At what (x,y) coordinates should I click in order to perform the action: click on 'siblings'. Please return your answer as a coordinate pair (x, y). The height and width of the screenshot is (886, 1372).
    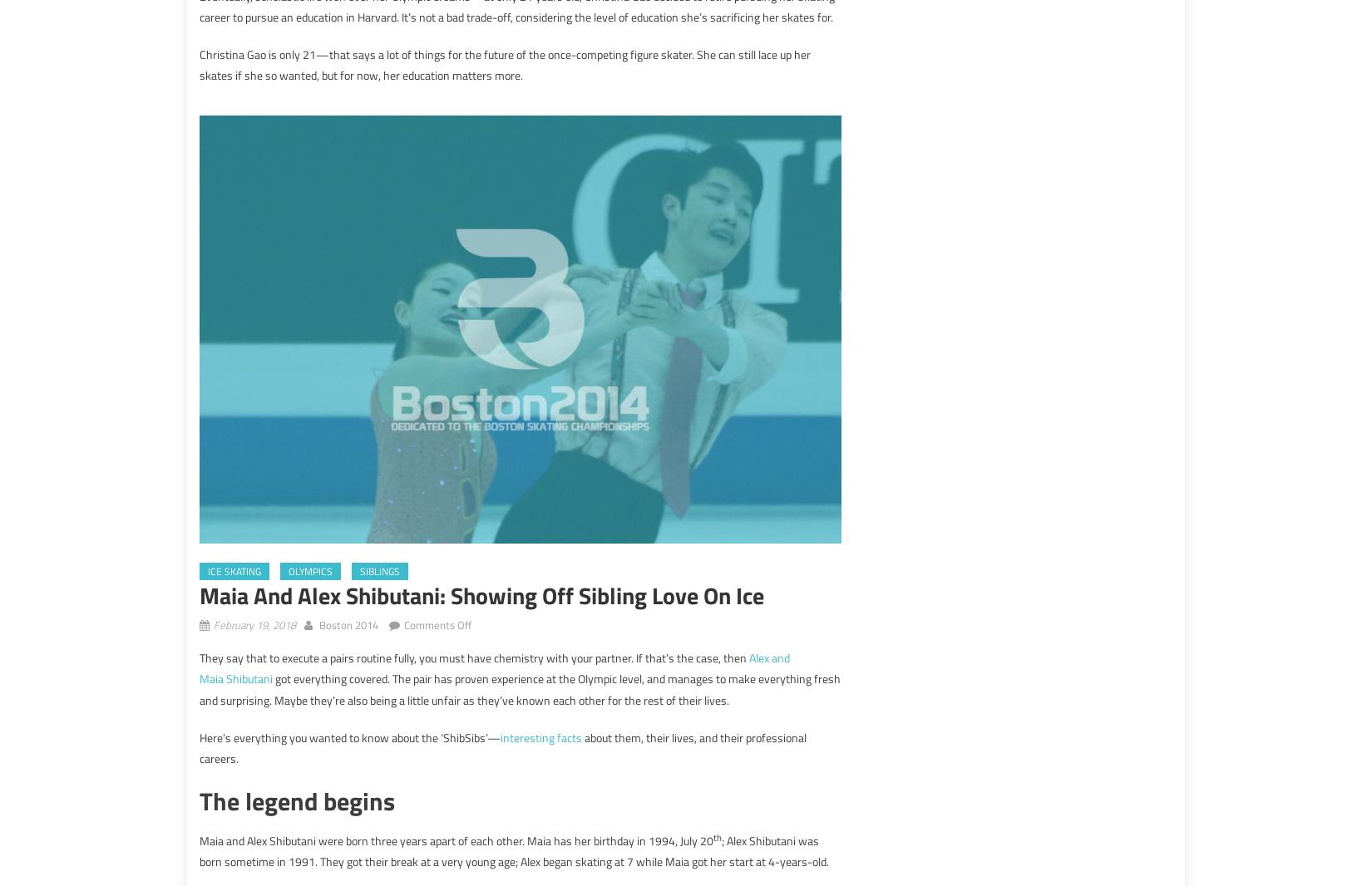
    Looking at the image, I should click on (379, 569).